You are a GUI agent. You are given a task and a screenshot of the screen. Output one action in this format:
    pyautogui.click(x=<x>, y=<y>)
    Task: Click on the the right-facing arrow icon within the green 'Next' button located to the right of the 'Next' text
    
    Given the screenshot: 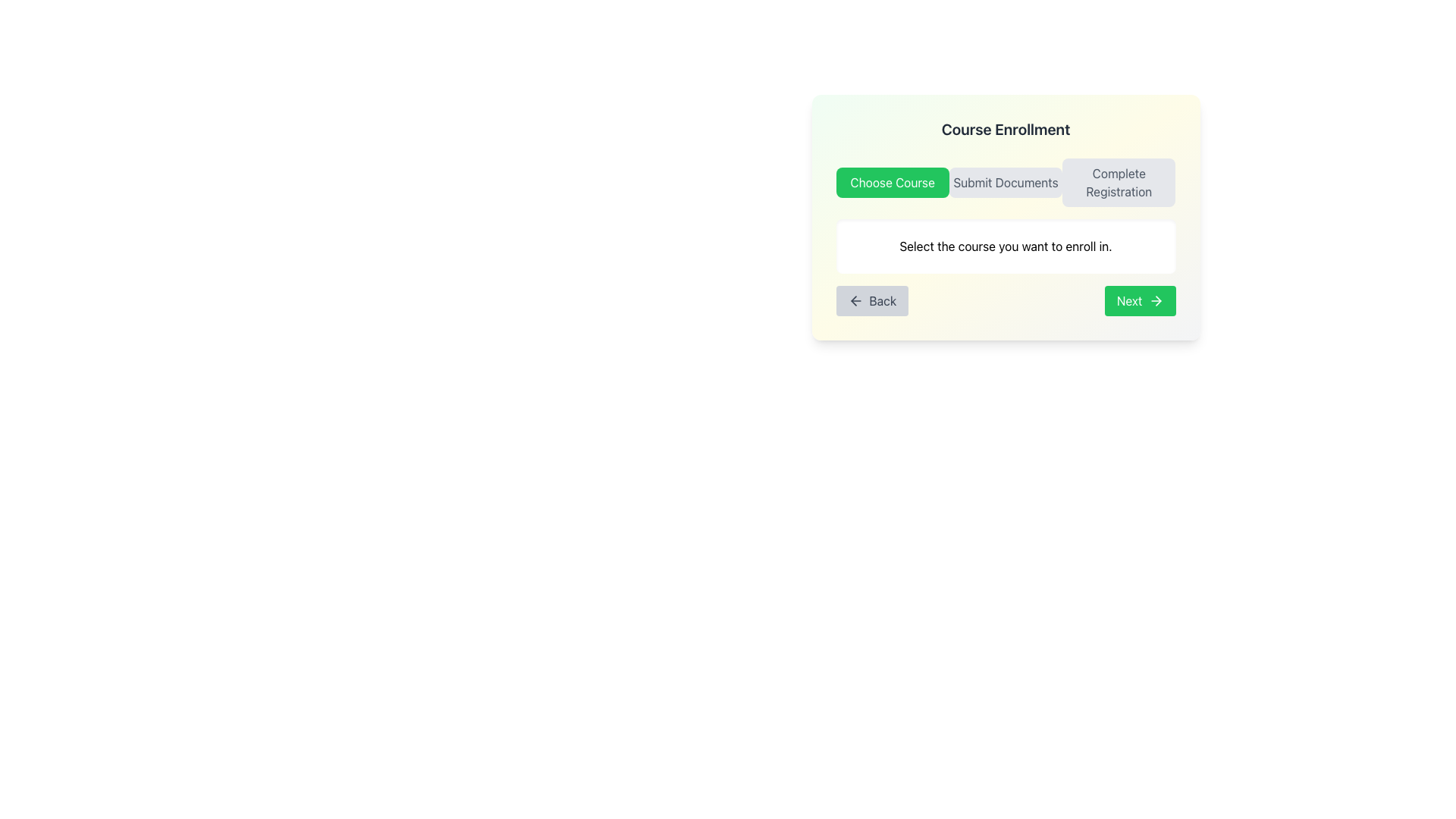 What is the action you would take?
    pyautogui.click(x=1155, y=301)
    